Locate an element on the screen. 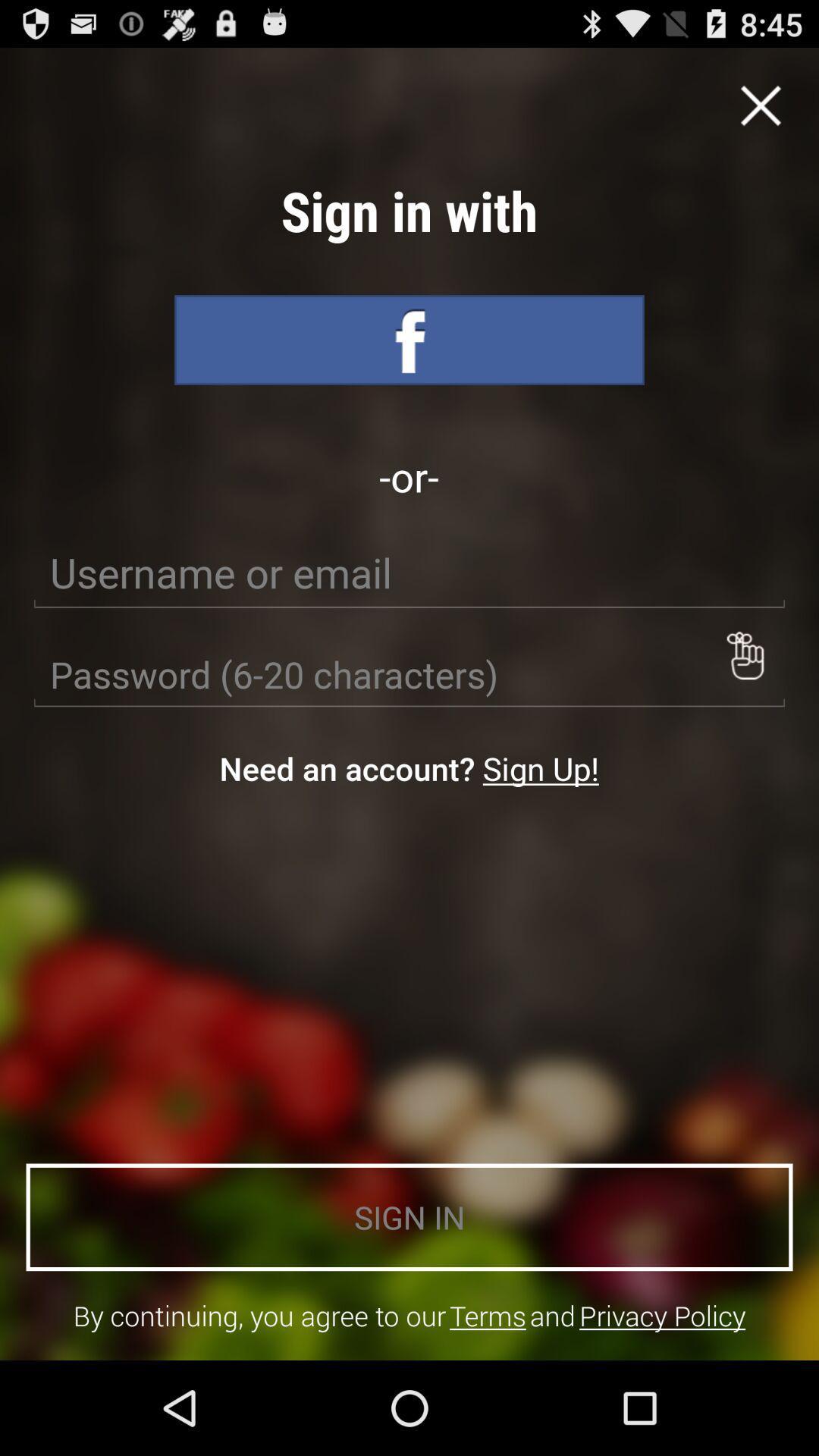  privacy policy is located at coordinates (661, 1315).